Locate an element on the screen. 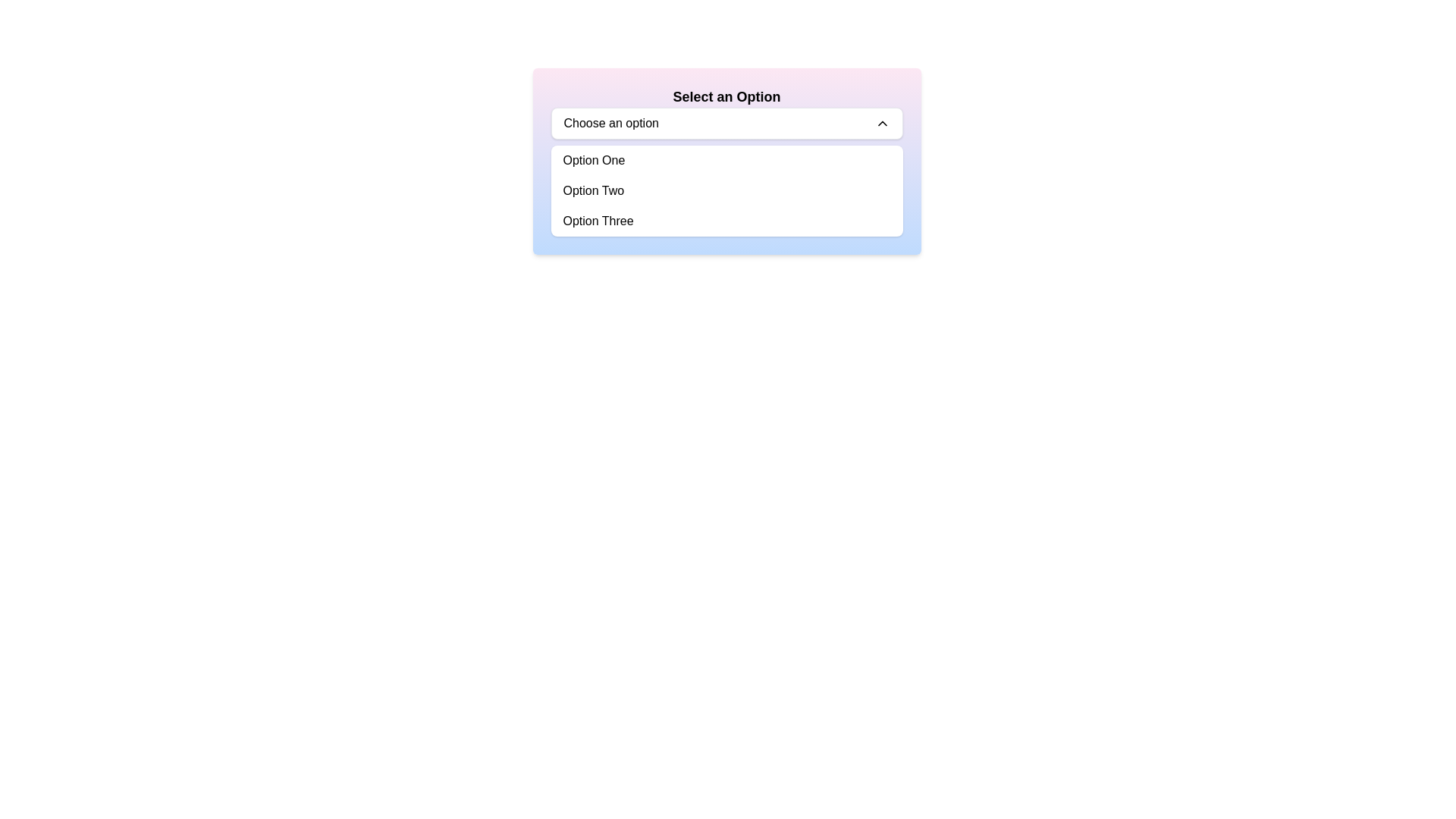 The height and width of the screenshot is (819, 1456). the dropdown menu option labeled 'Option Three' is located at coordinates (726, 221).